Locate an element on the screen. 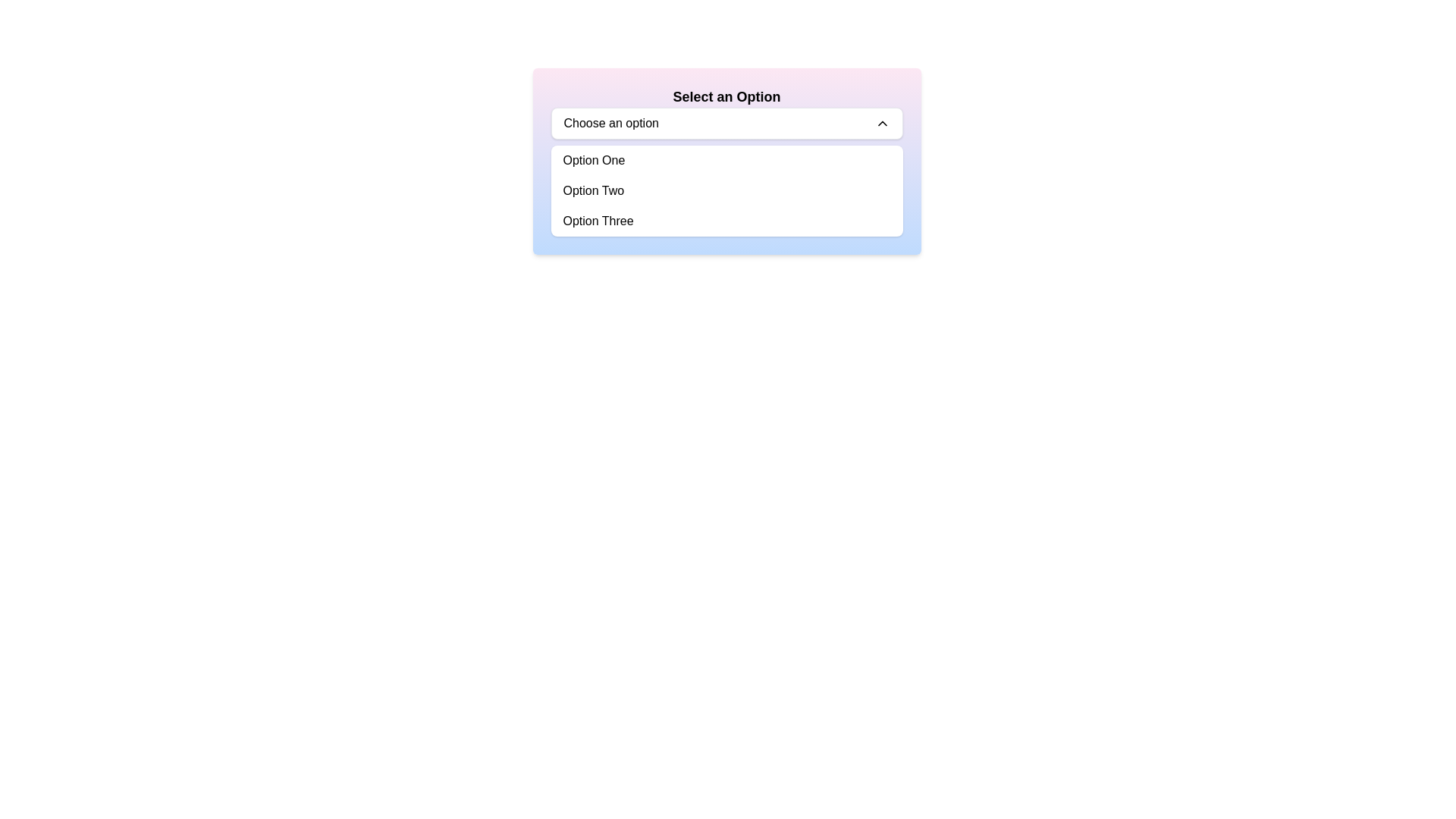 The height and width of the screenshot is (819, 1456). the dropdown menu option labeled 'Option Three' is located at coordinates (726, 221).